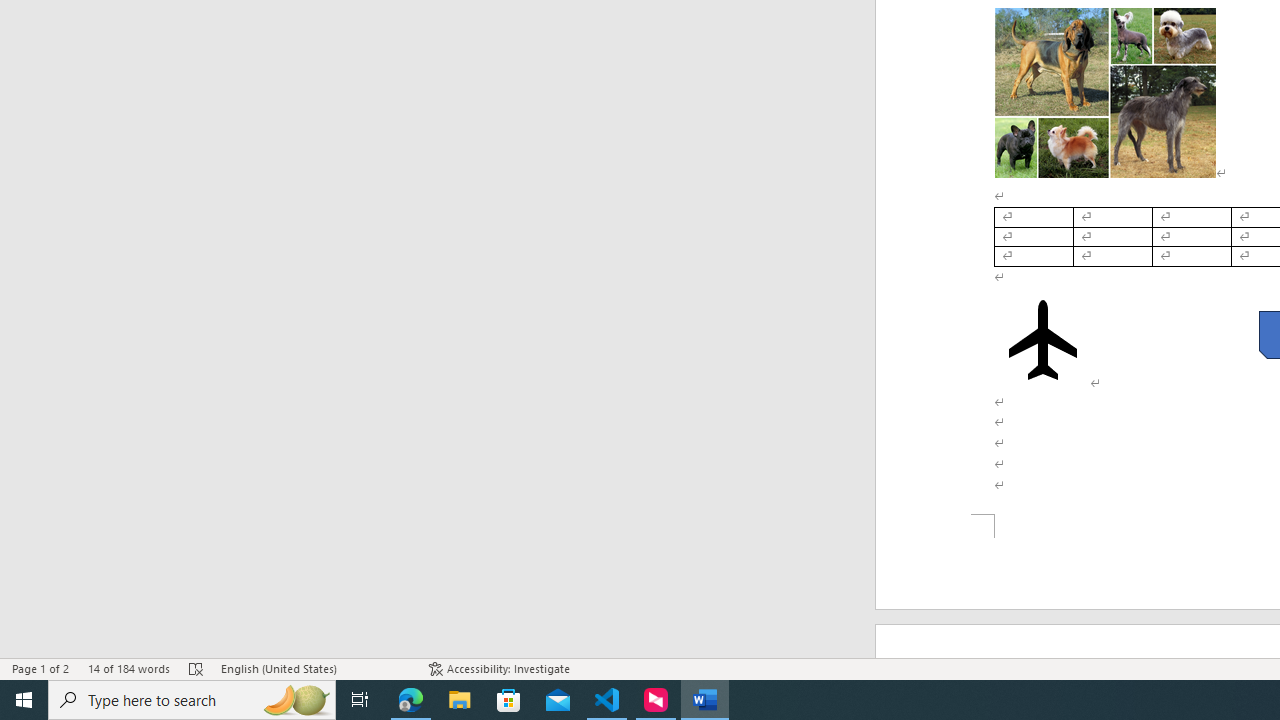 The height and width of the screenshot is (720, 1280). Describe the element at coordinates (196, 669) in the screenshot. I see `'Spelling and Grammar Check Errors'` at that location.